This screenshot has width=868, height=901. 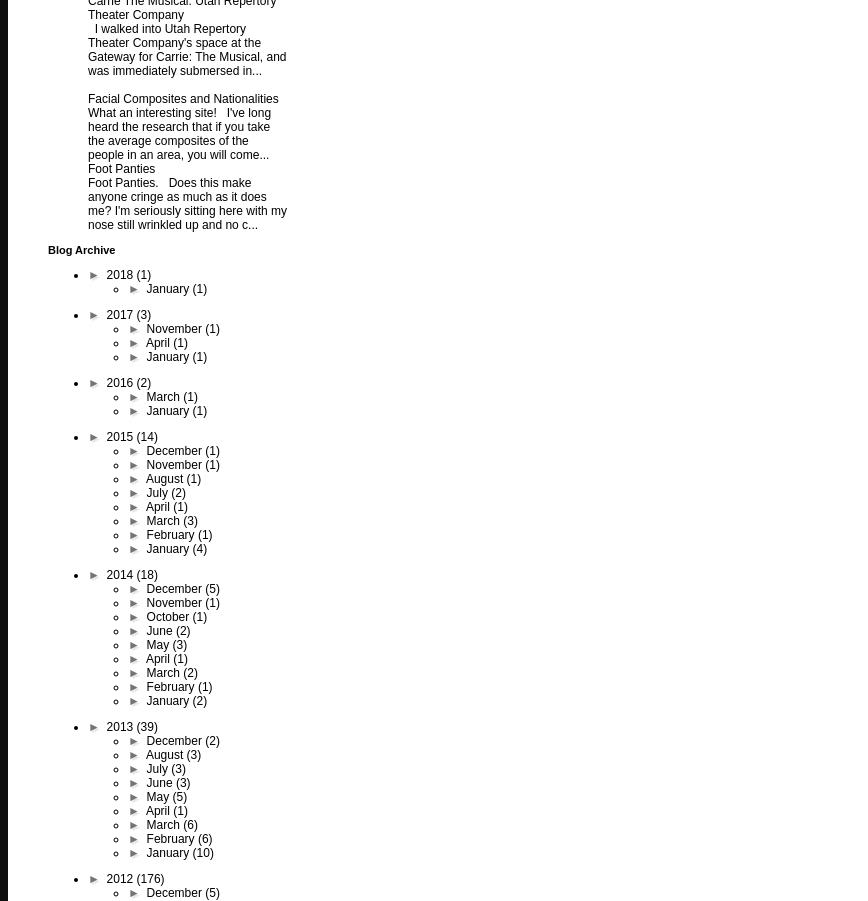 What do you see at coordinates (179, 133) in the screenshot?
I see `'What an interesting site!   I've long heard the research that if you take the average composites of the people in an area, you will come...'` at bounding box center [179, 133].